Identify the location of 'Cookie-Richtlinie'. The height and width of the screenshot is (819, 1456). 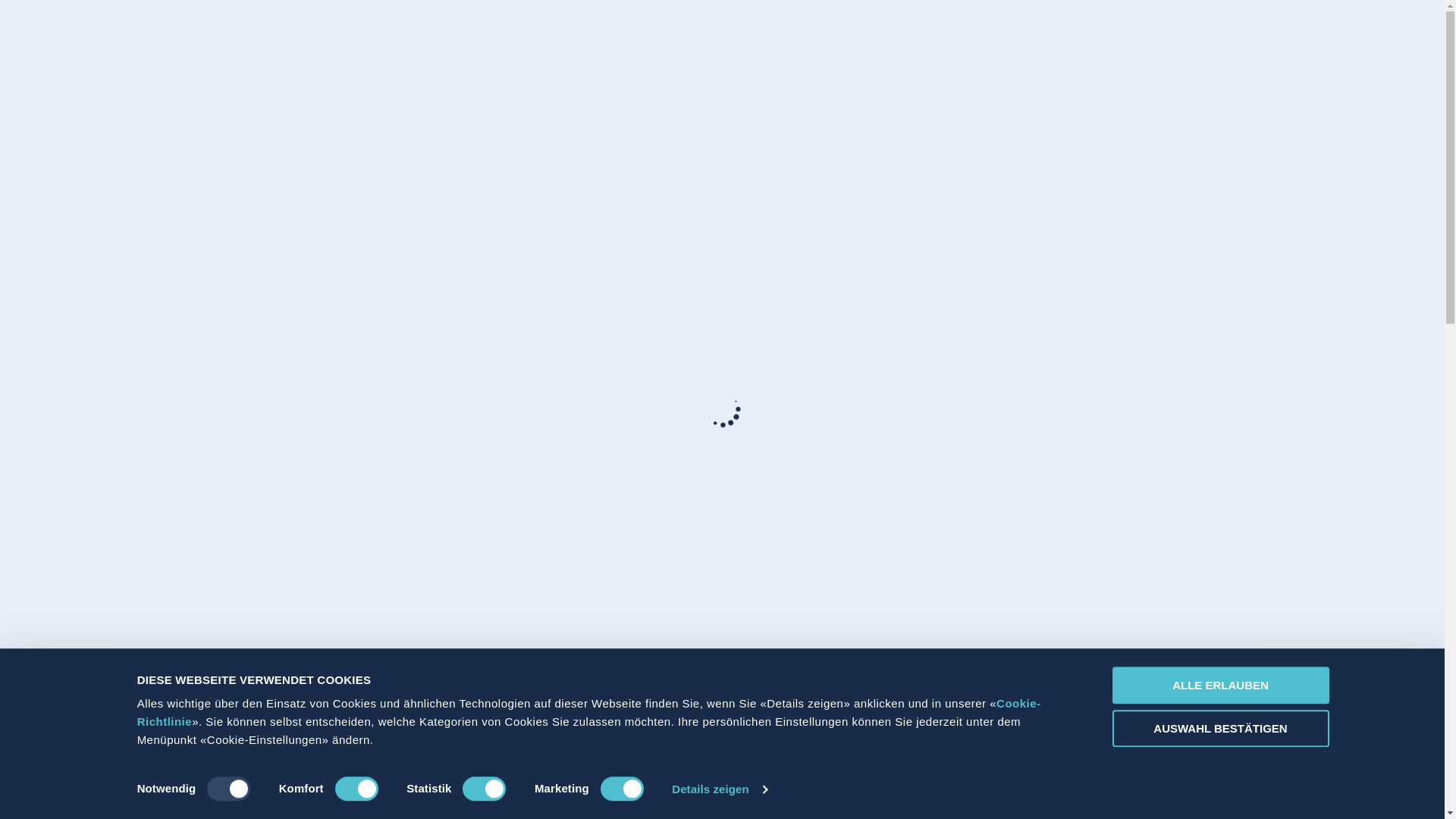
(588, 712).